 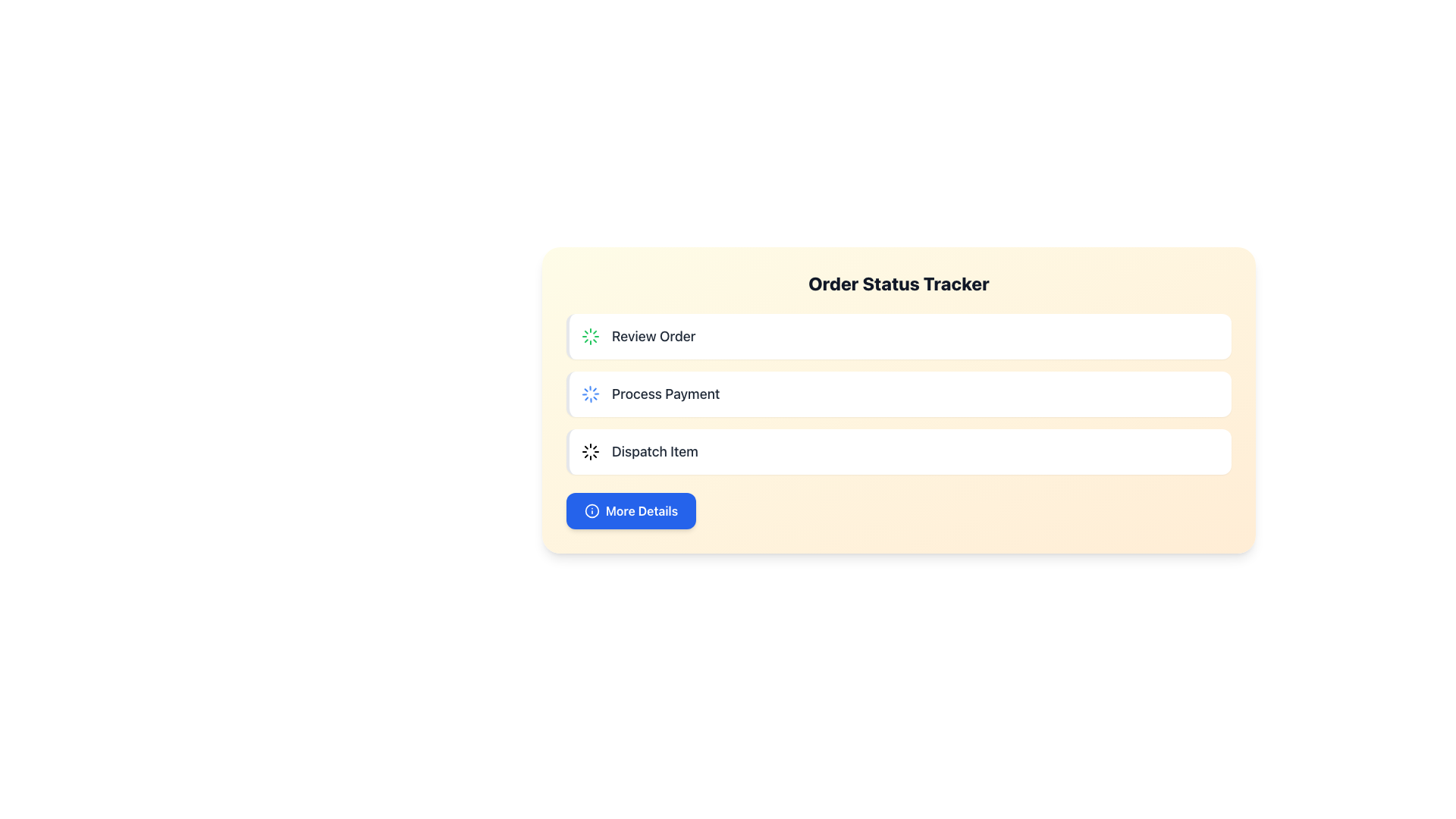 I want to click on the small circular loading spinner icon with green accents located to the left of the 'Review Order' label, so click(x=589, y=335).